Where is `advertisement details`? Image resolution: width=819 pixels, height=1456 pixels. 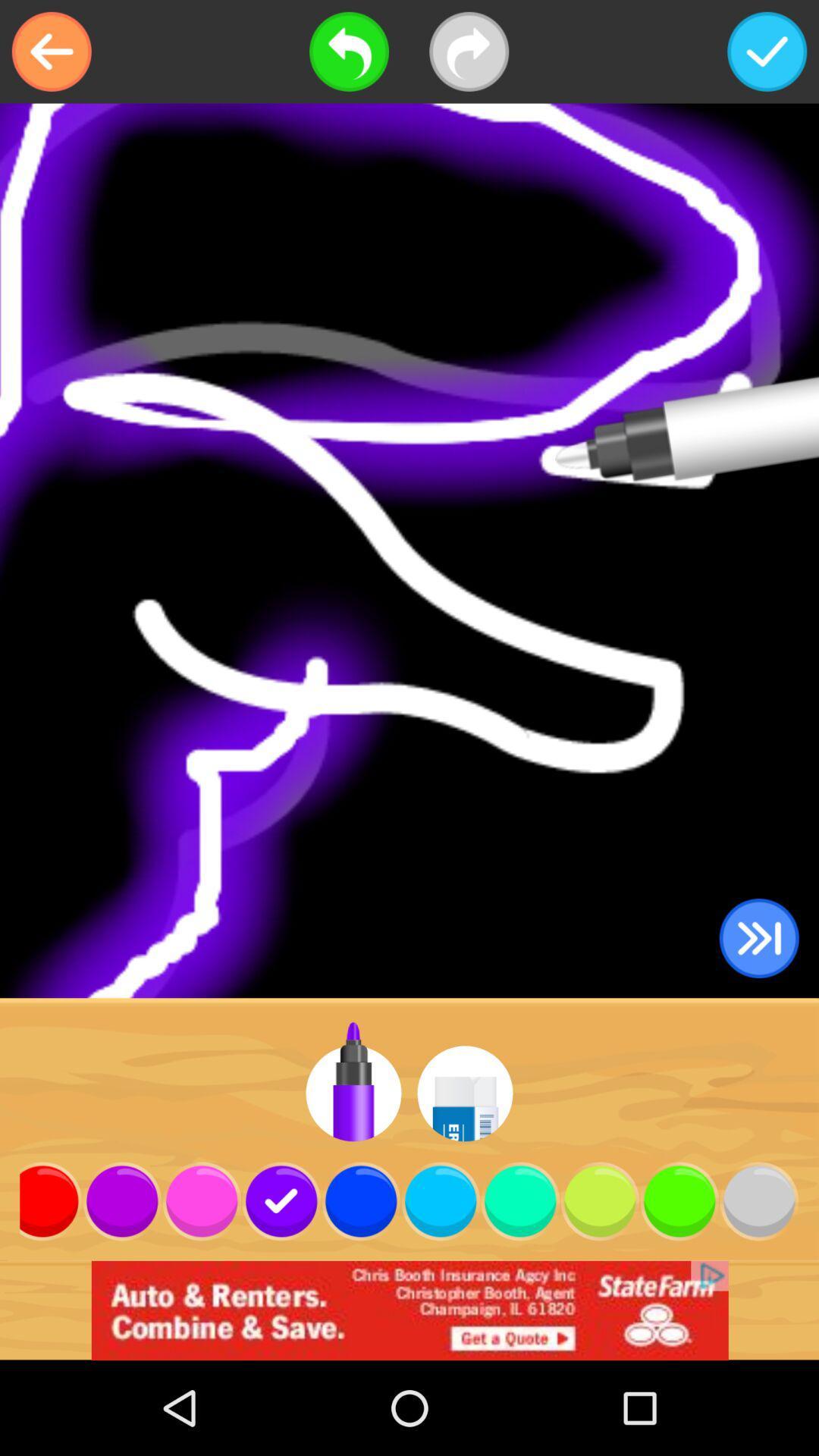
advertisement details is located at coordinates (409, 1310).